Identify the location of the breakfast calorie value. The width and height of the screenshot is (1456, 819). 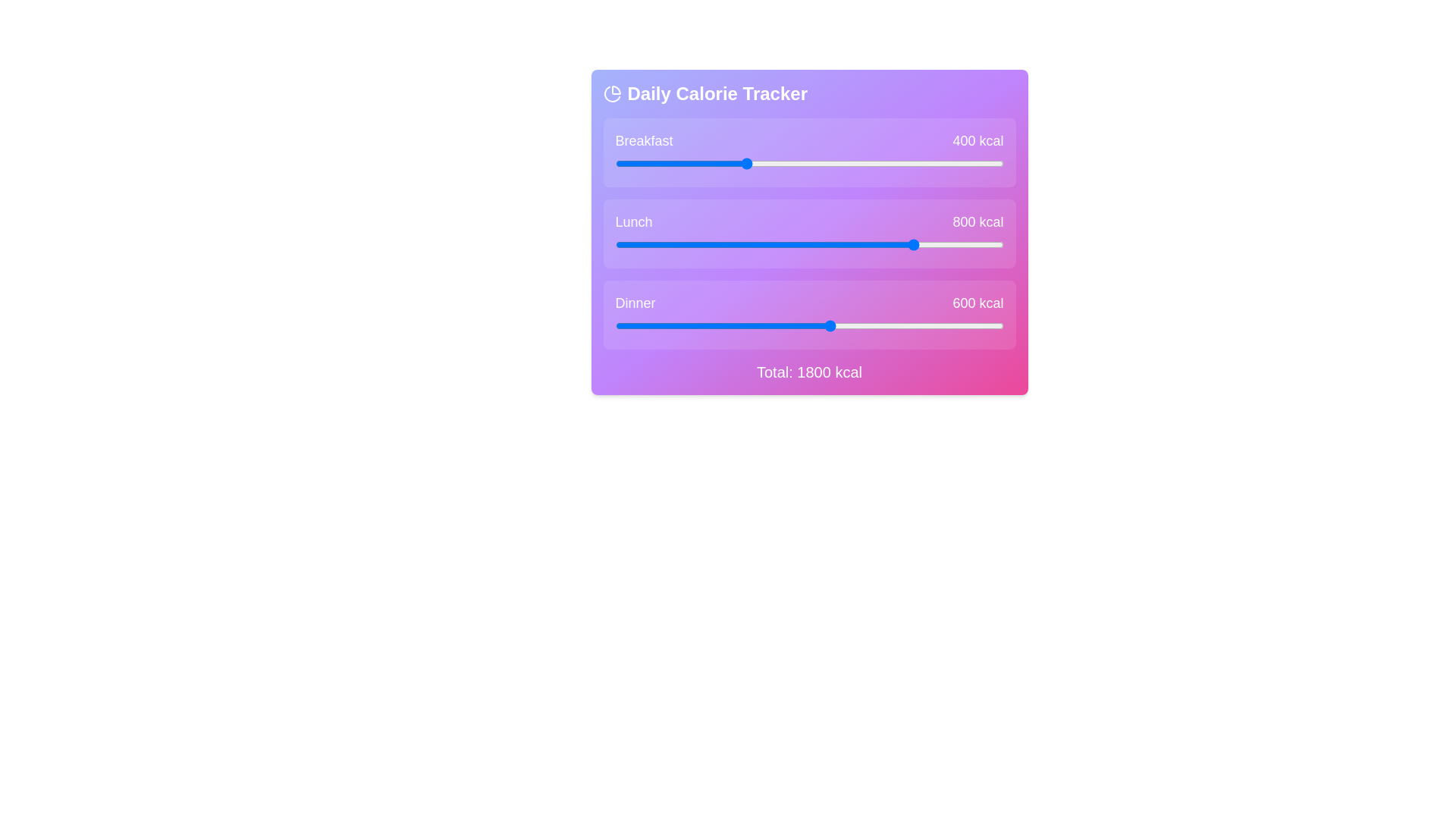
(682, 164).